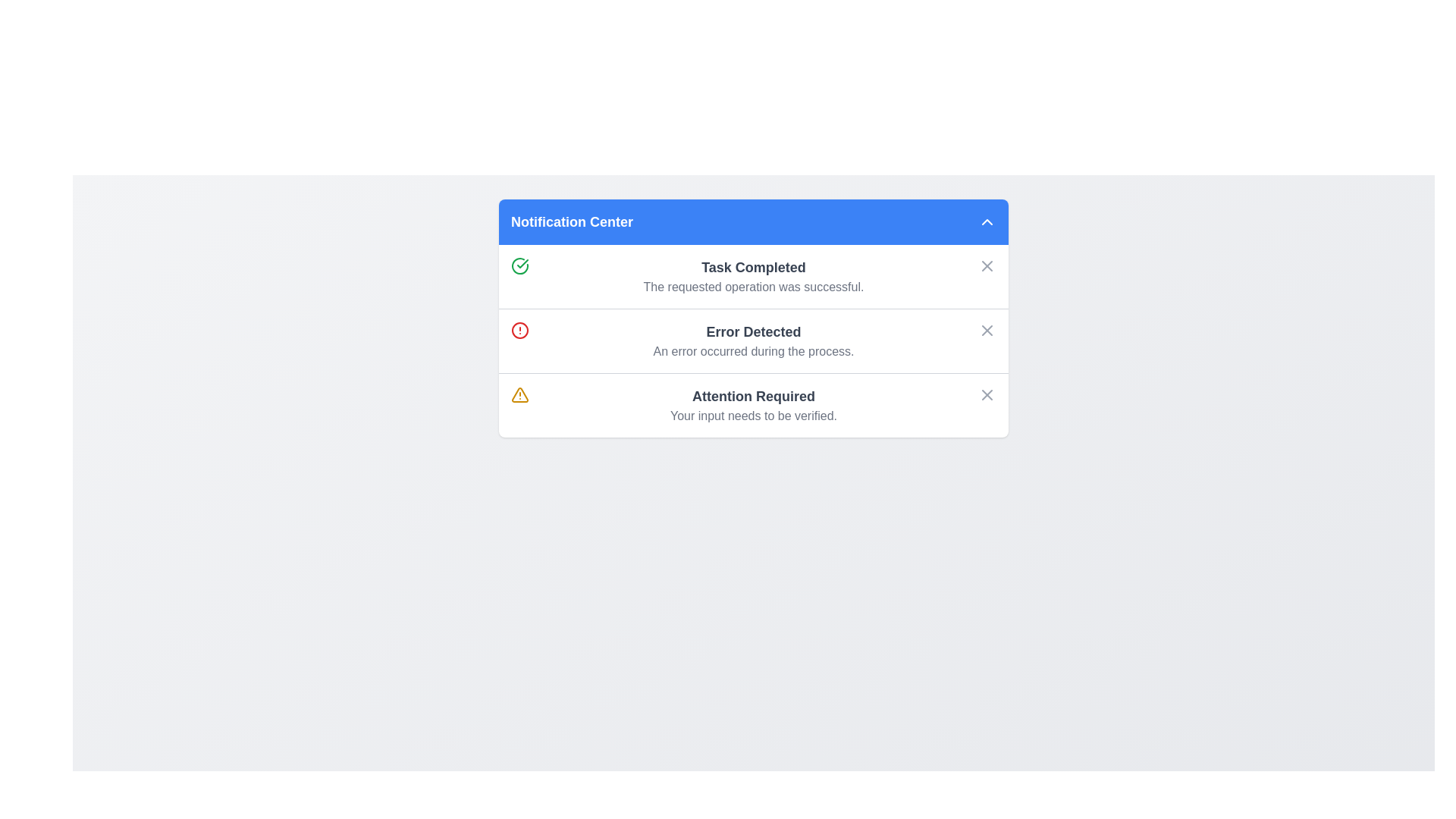 The width and height of the screenshot is (1456, 819). What do you see at coordinates (987, 329) in the screenshot?
I see `the Close button, which is an 'X' icon in gray tones located at the top-right corner of the 'Error Detected' notification` at bounding box center [987, 329].